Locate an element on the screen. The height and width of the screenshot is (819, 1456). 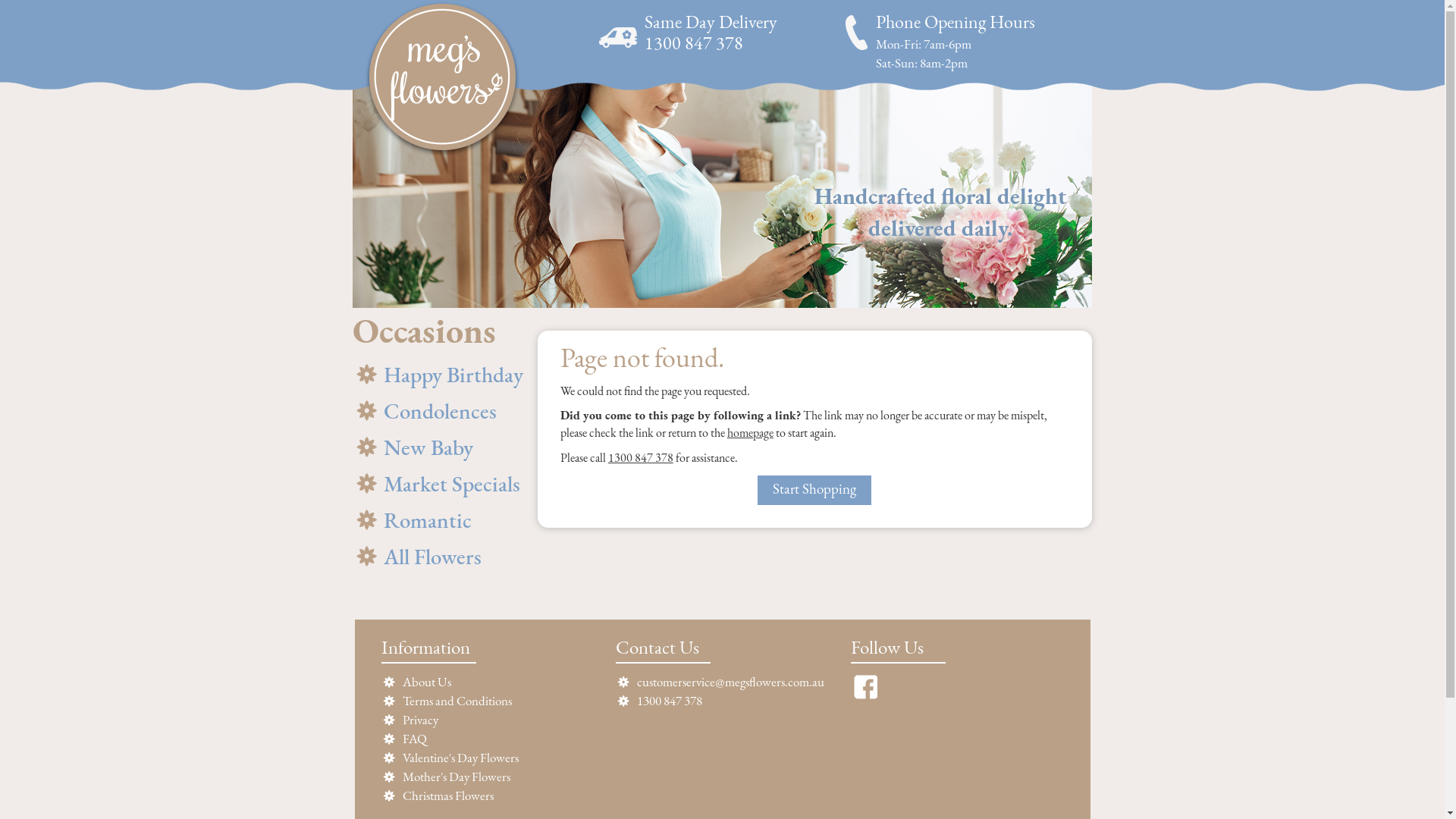
'Mother's Day Flowers' is located at coordinates (454, 777).